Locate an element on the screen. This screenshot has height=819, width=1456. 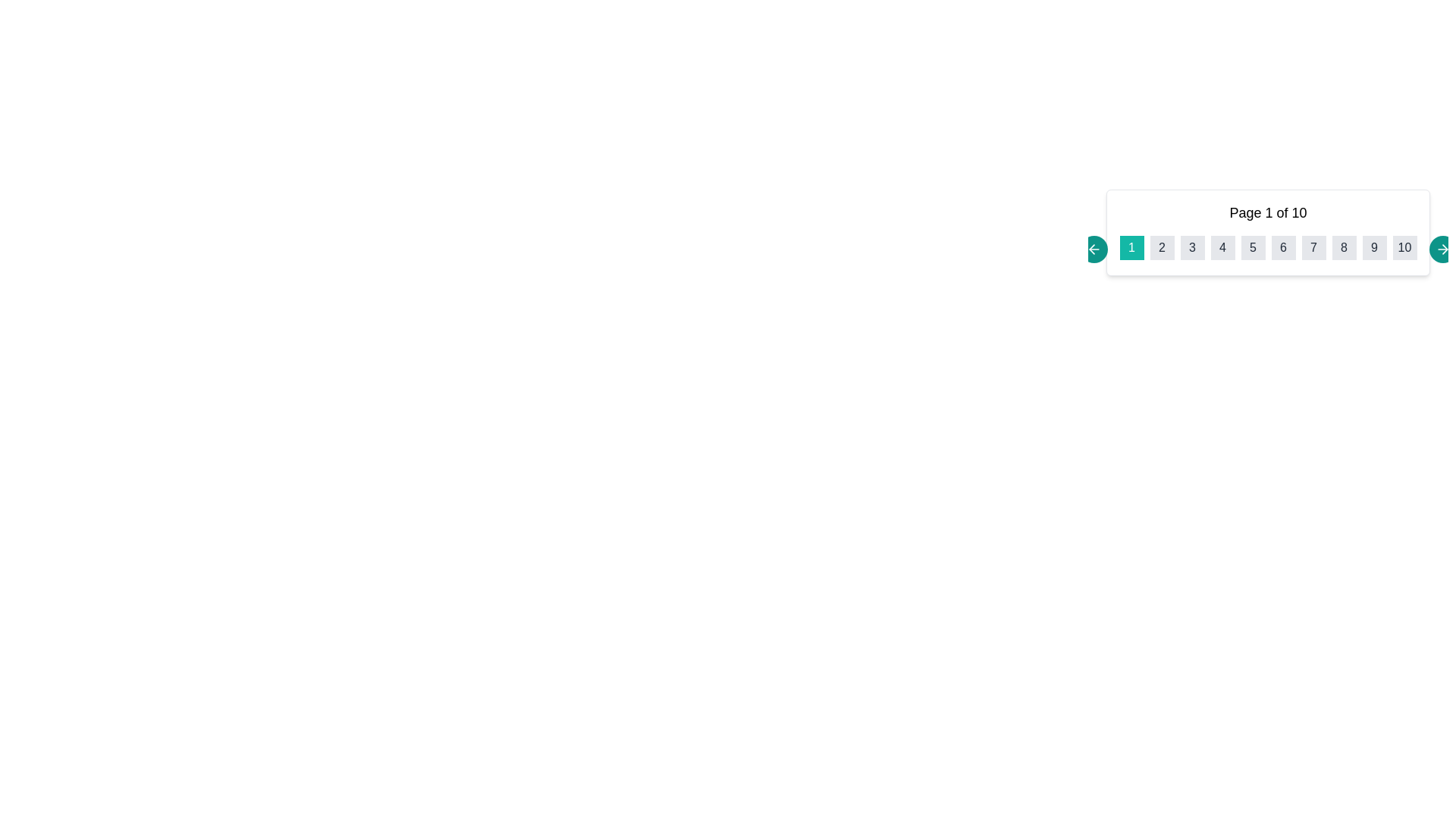
the fourth button in the pagination bar that has a light-gray background and the number '4' in dark text is located at coordinates (1222, 247).